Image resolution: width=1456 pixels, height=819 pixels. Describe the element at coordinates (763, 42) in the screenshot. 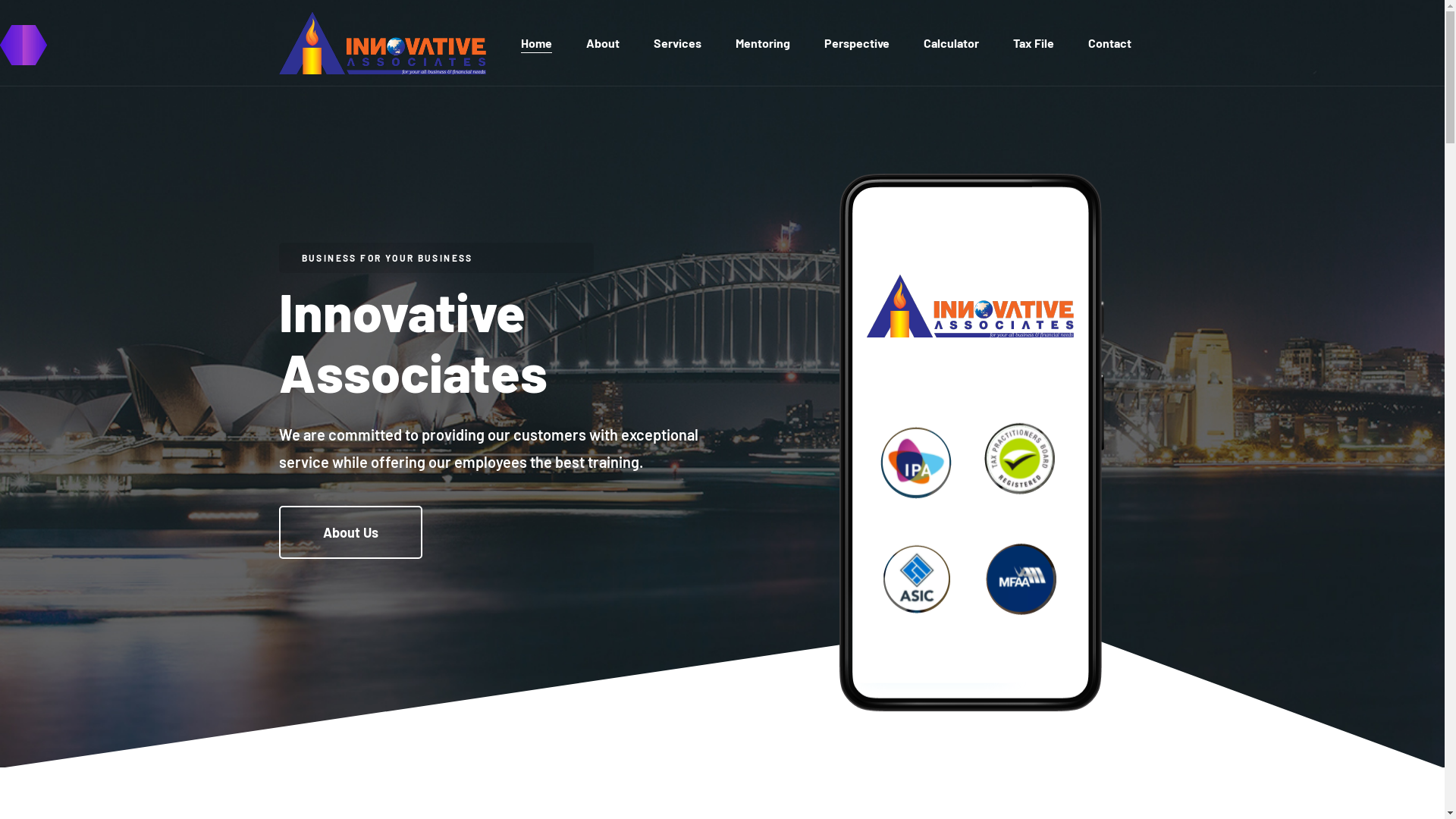

I see `'Mentoring'` at that location.